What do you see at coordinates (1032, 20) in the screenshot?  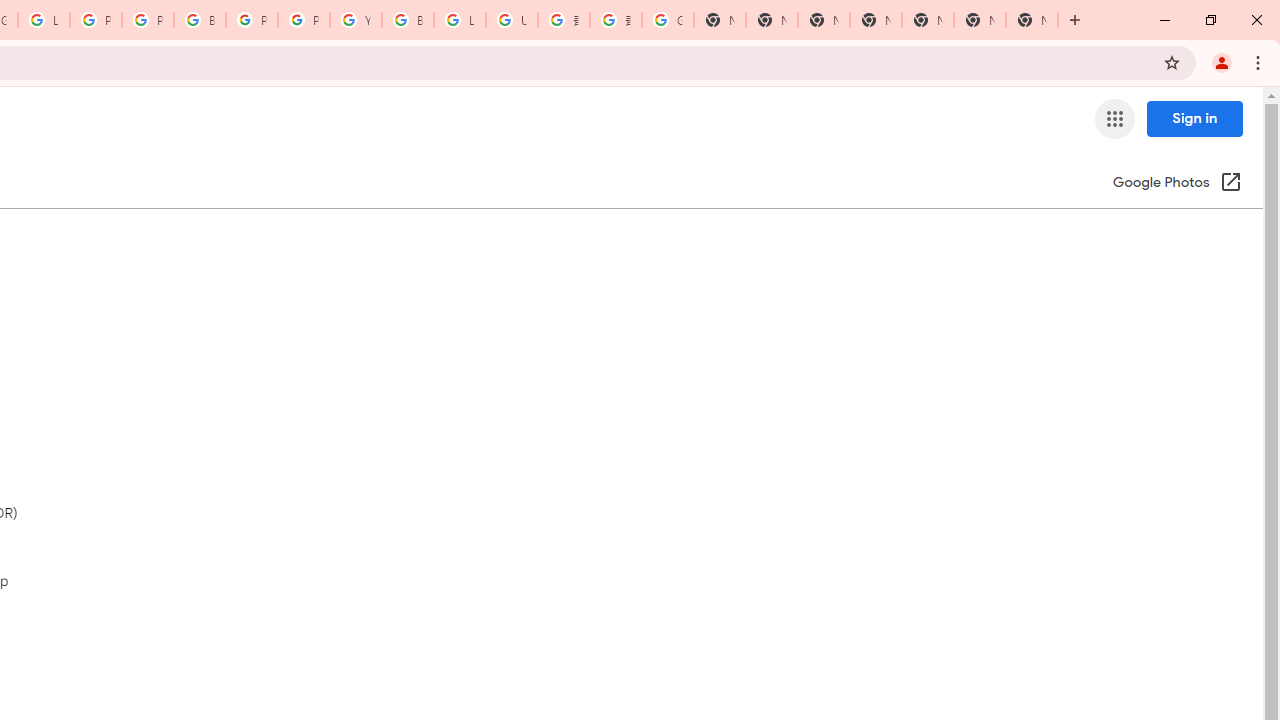 I see `'New Tab'` at bounding box center [1032, 20].